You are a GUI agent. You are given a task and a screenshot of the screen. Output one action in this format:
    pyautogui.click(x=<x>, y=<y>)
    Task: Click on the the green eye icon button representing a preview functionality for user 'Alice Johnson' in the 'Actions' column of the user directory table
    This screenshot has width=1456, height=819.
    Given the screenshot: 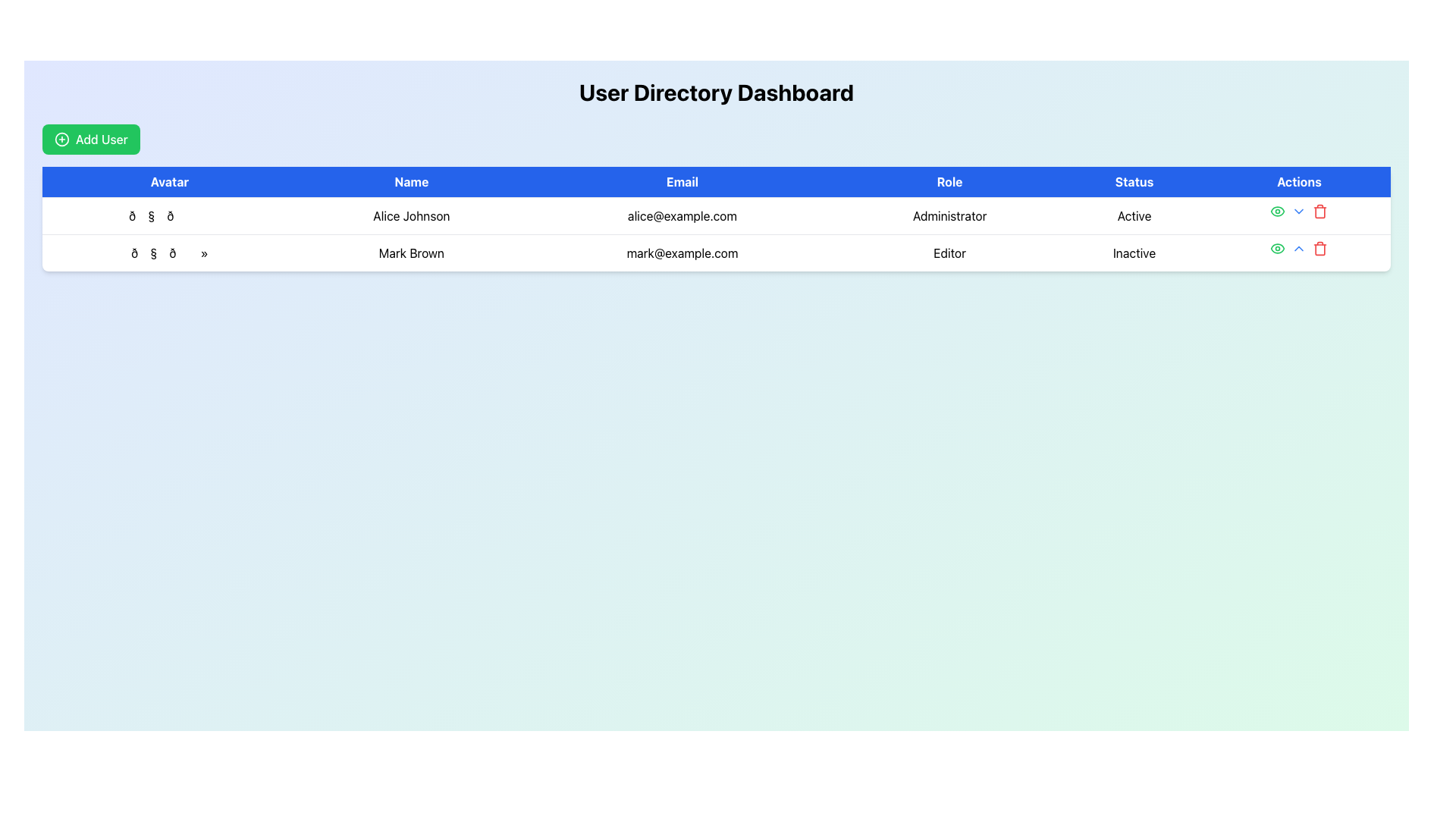 What is the action you would take?
    pyautogui.click(x=1277, y=211)
    